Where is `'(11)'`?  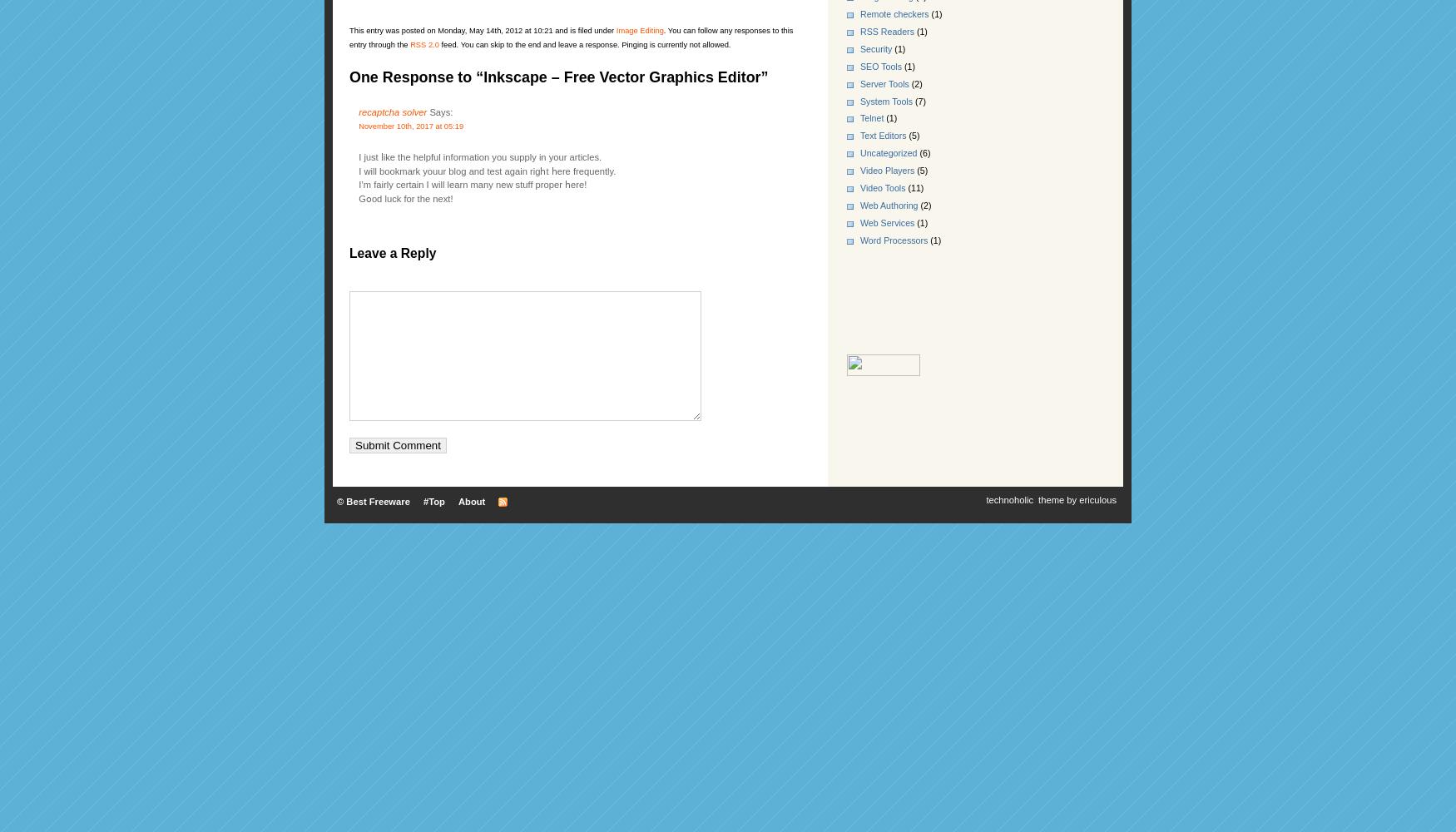 '(11)' is located at coordinates (914, 187).